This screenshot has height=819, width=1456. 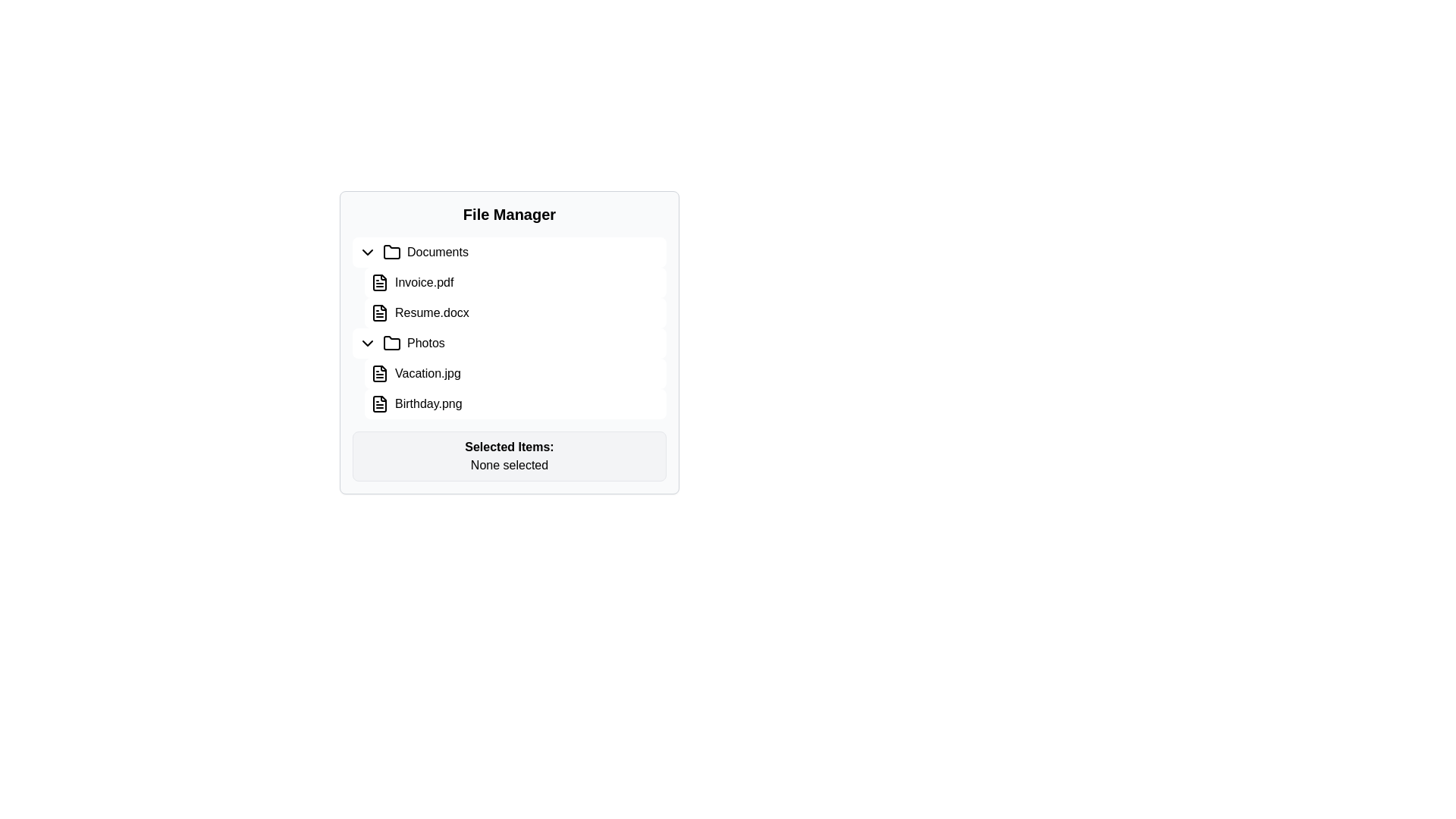 What do you see at coordinates (437, 251) in the screenshot?
I see `the text label for the 'Documents' folder` at bounding box center [437, 251].